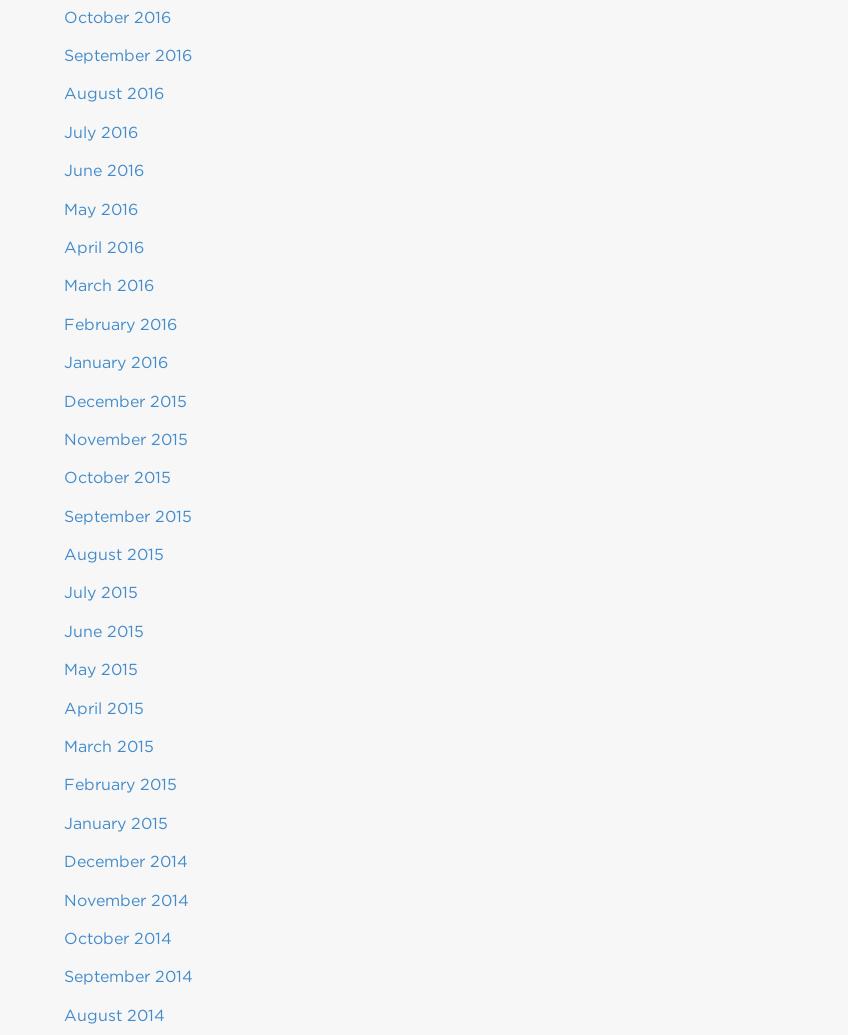 Image resolution: width=848 pixels, height=1035 pixels. I want to click on 'December 2014', so click(125, 860).